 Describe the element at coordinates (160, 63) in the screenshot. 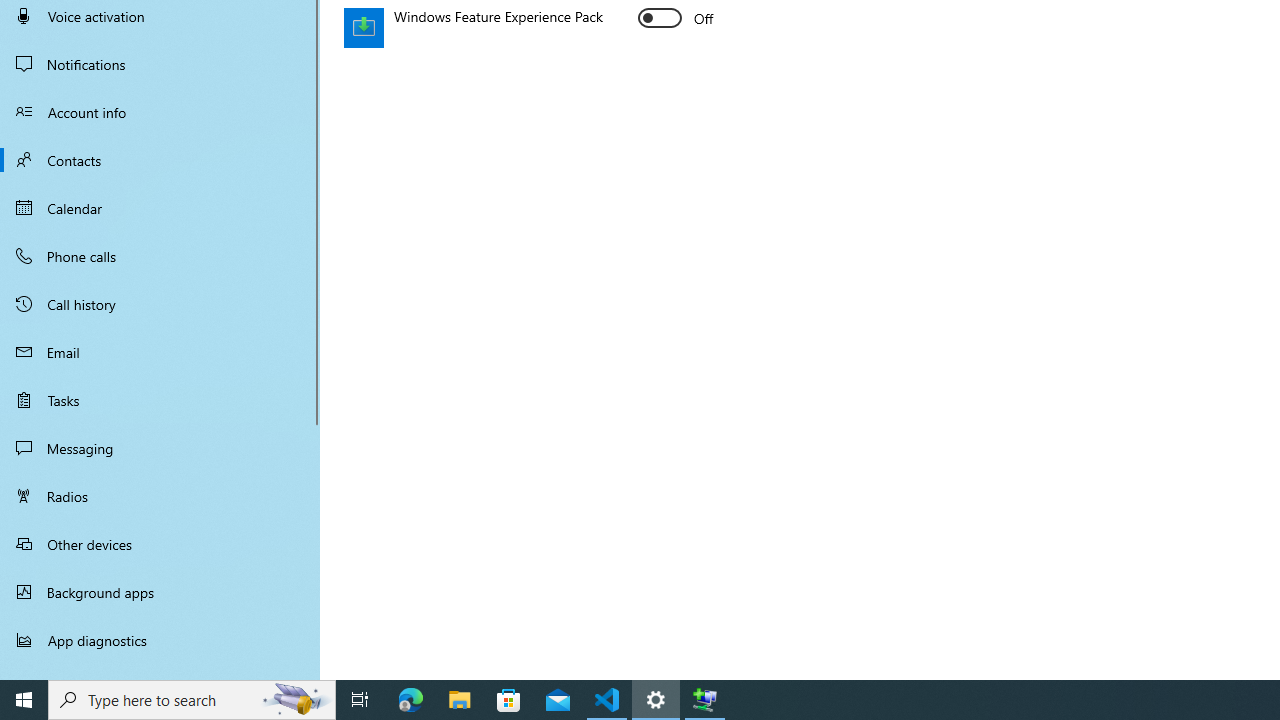

I see `'Notifications'` at that location.